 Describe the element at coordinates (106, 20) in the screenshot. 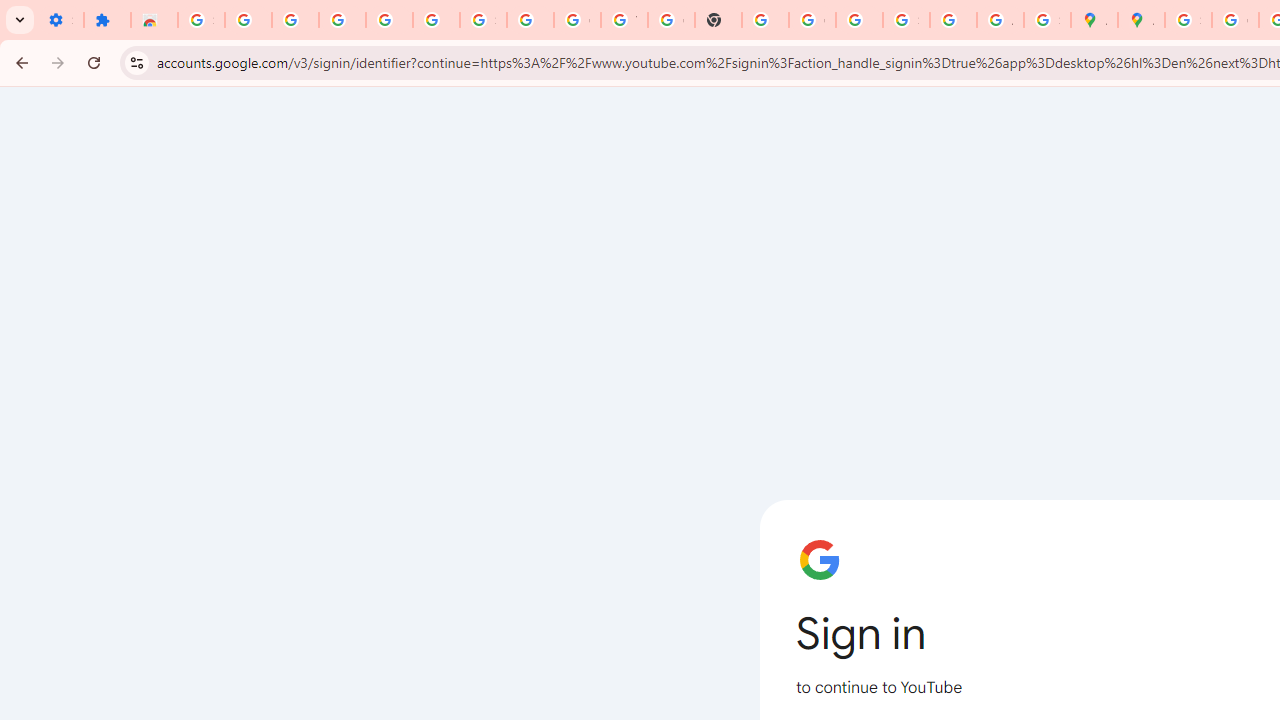

I see `'Extensions'` at that location.